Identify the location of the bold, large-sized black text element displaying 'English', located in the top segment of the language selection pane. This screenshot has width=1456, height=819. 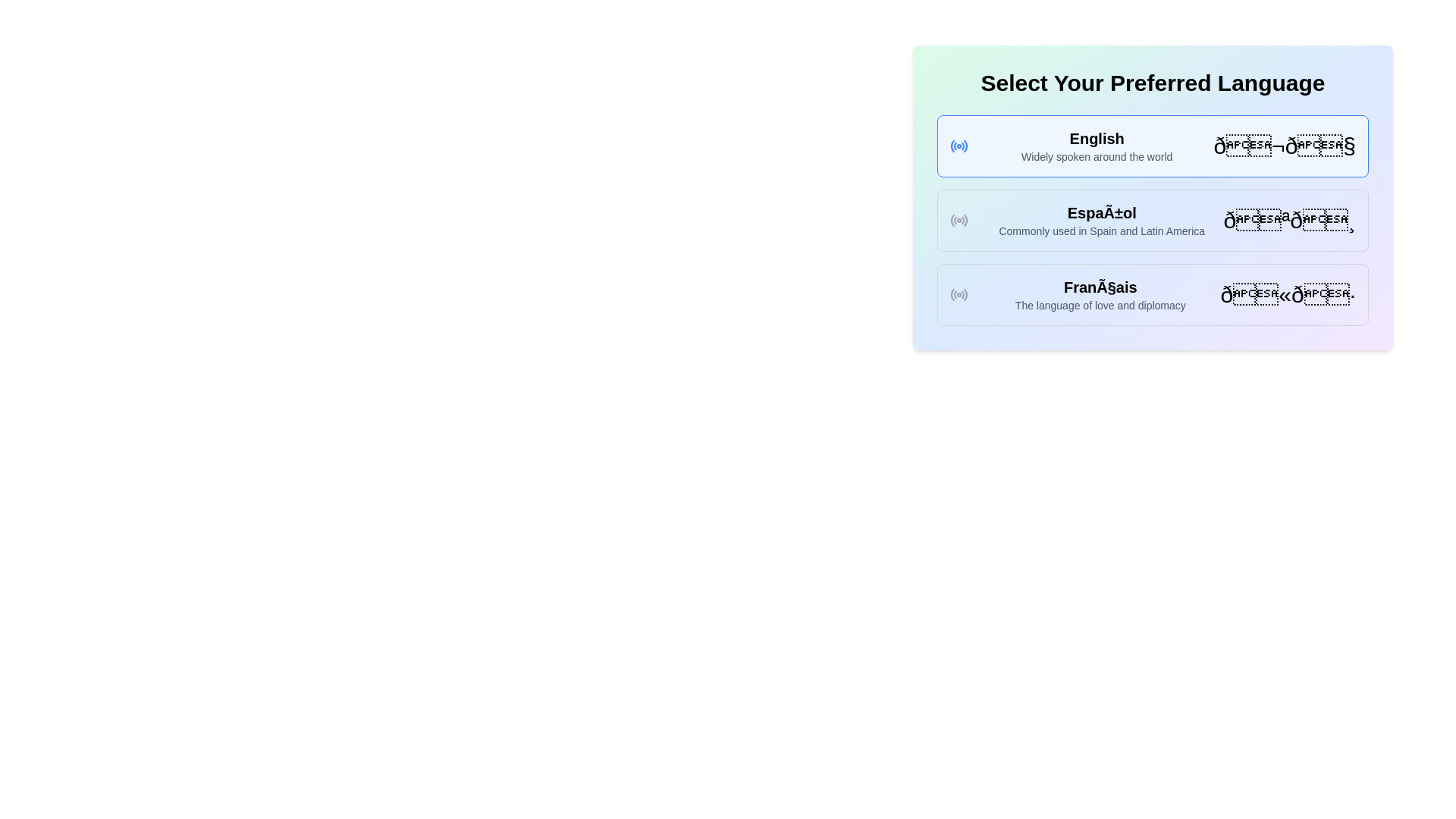
(1097, 138).